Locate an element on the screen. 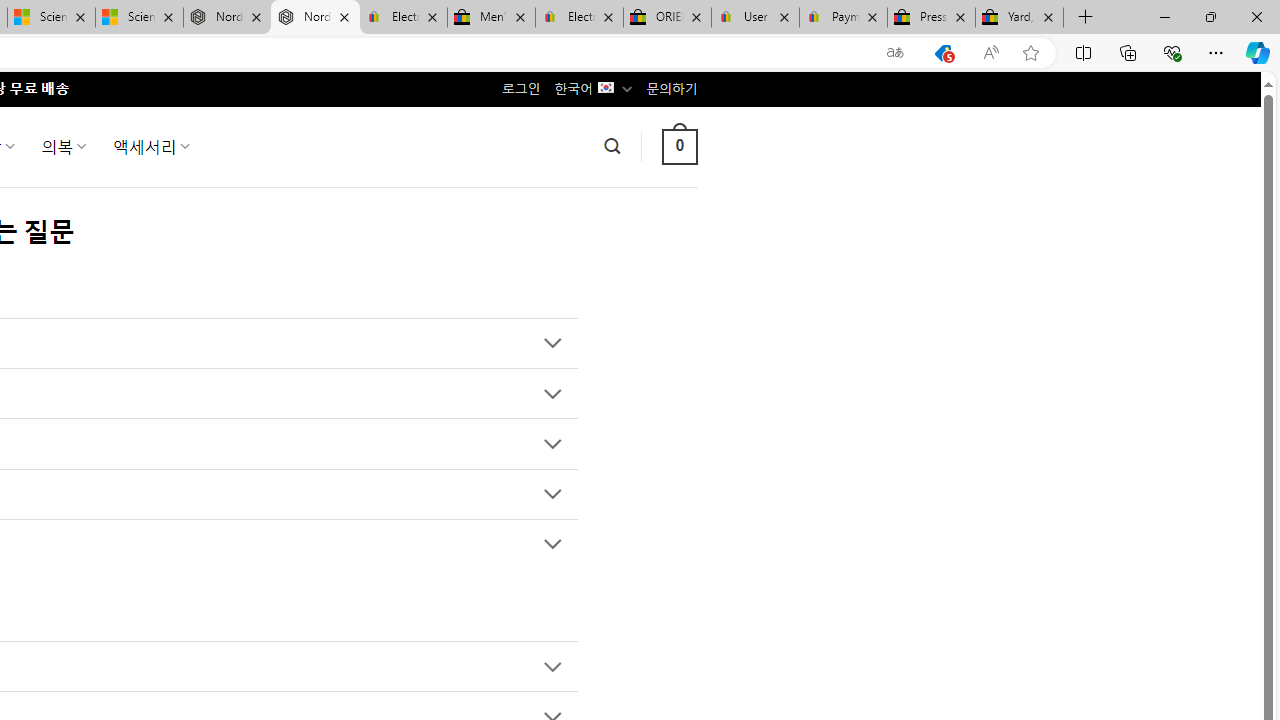 This screenshot has width=1280, height=720. 'Nordace - FAQ' is located at coordinates (314, 17).